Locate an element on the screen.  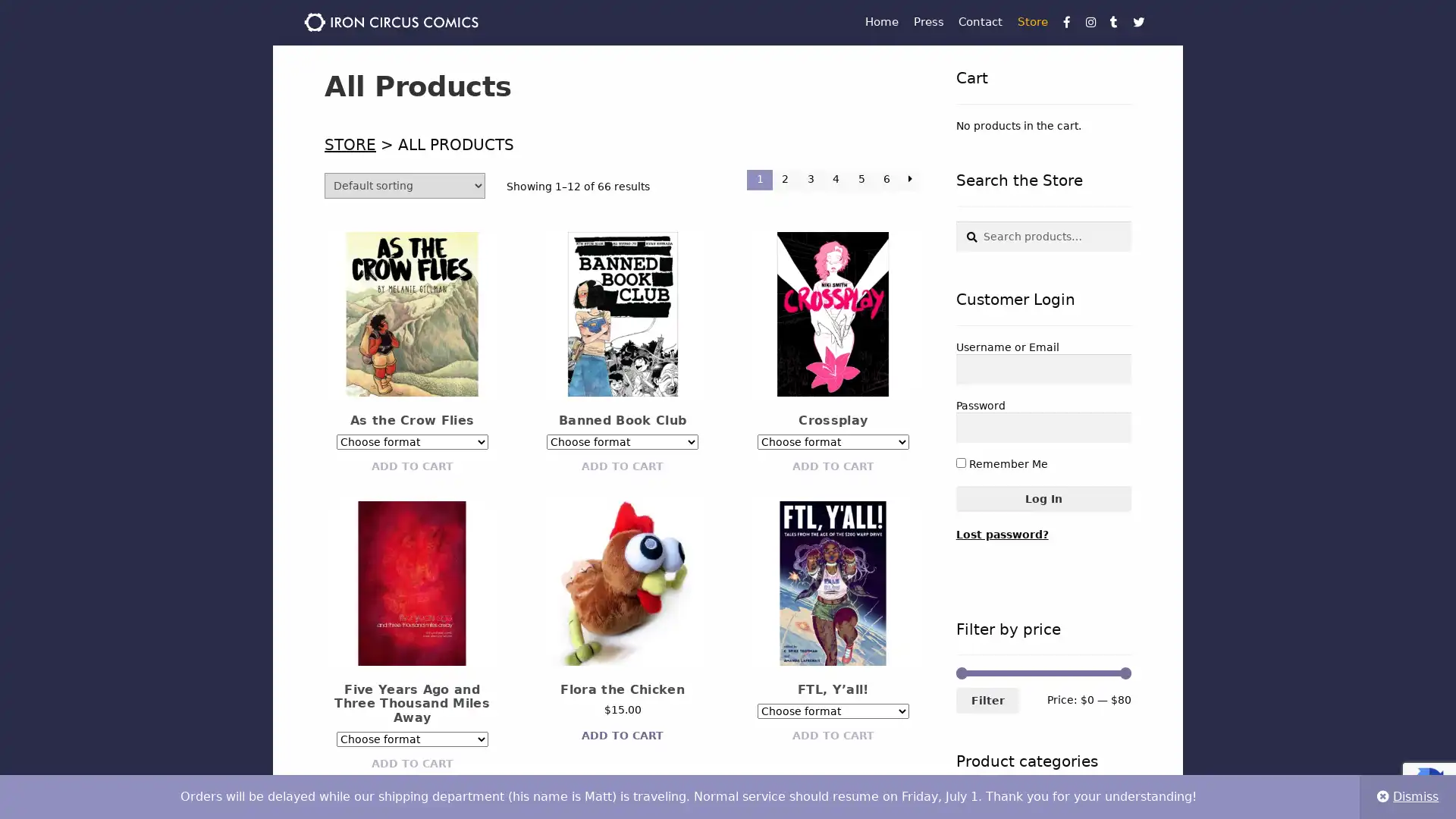
ADD TO CART is located at coordinates (411, 465).